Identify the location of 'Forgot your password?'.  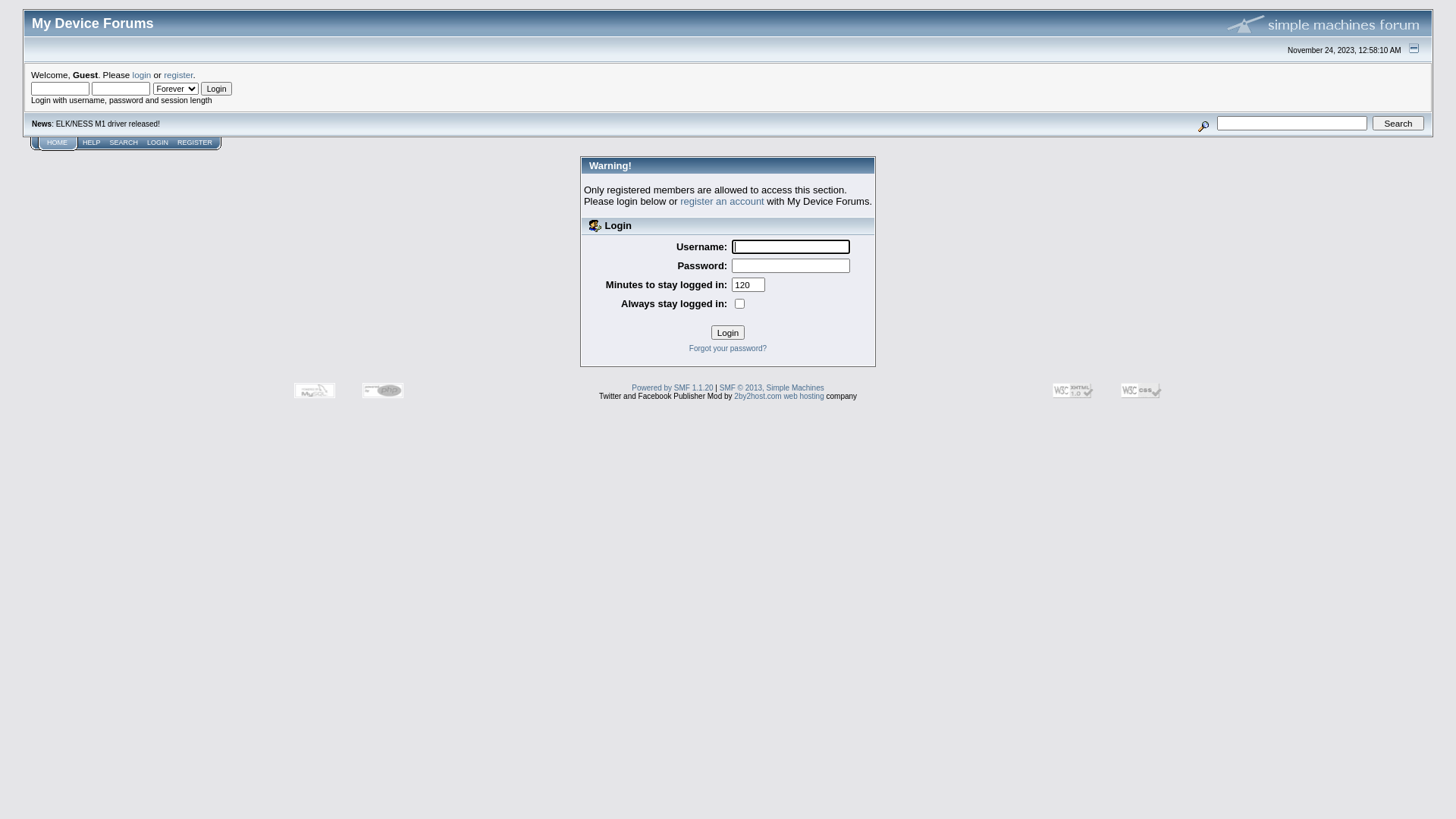
(728, 348).